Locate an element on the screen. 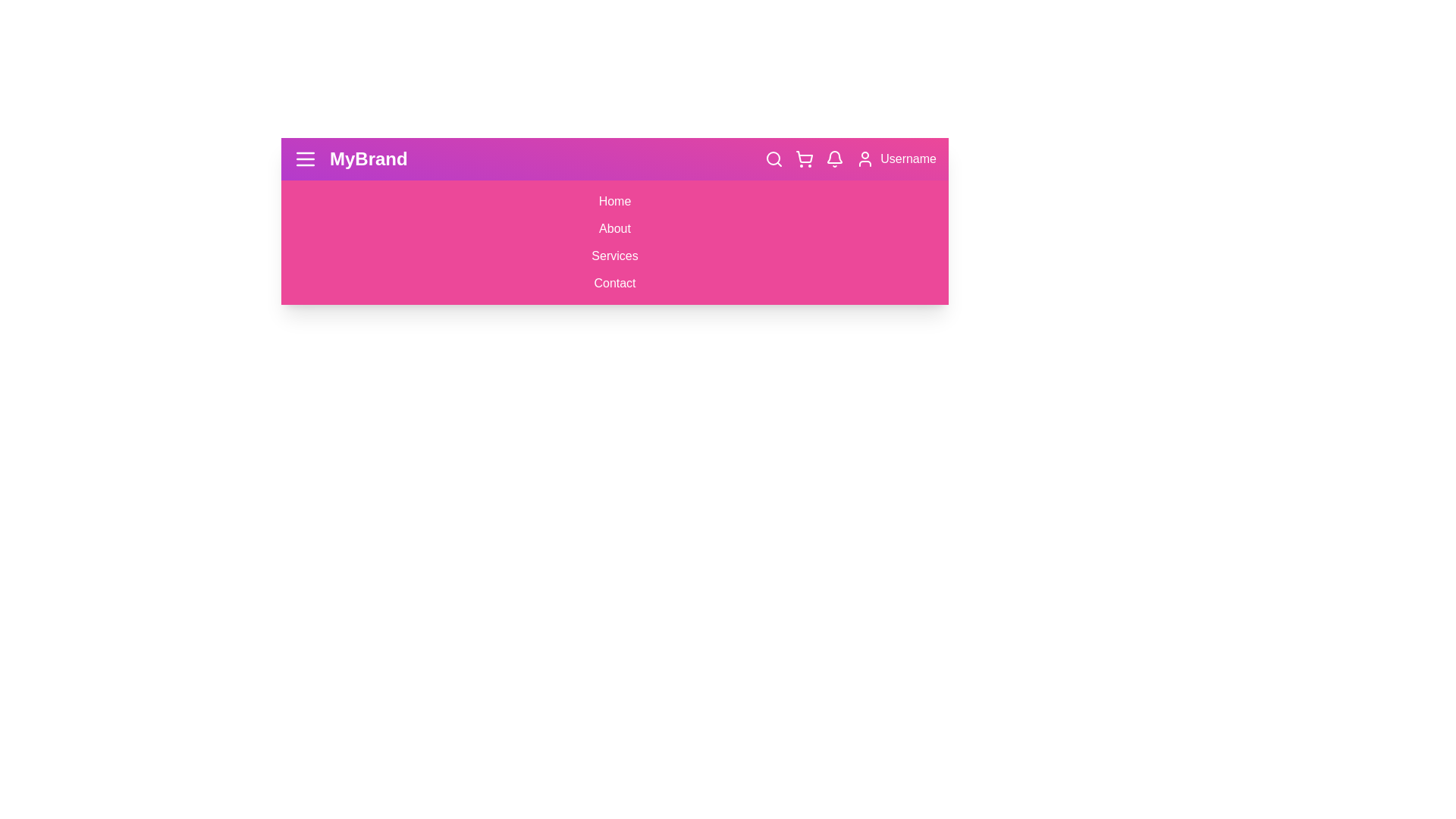 Image resolution: width=1456 pixels, height=819 pixels. the 'MyBrand' logo to navigate to the homepage is located at coordinates (349, 158).